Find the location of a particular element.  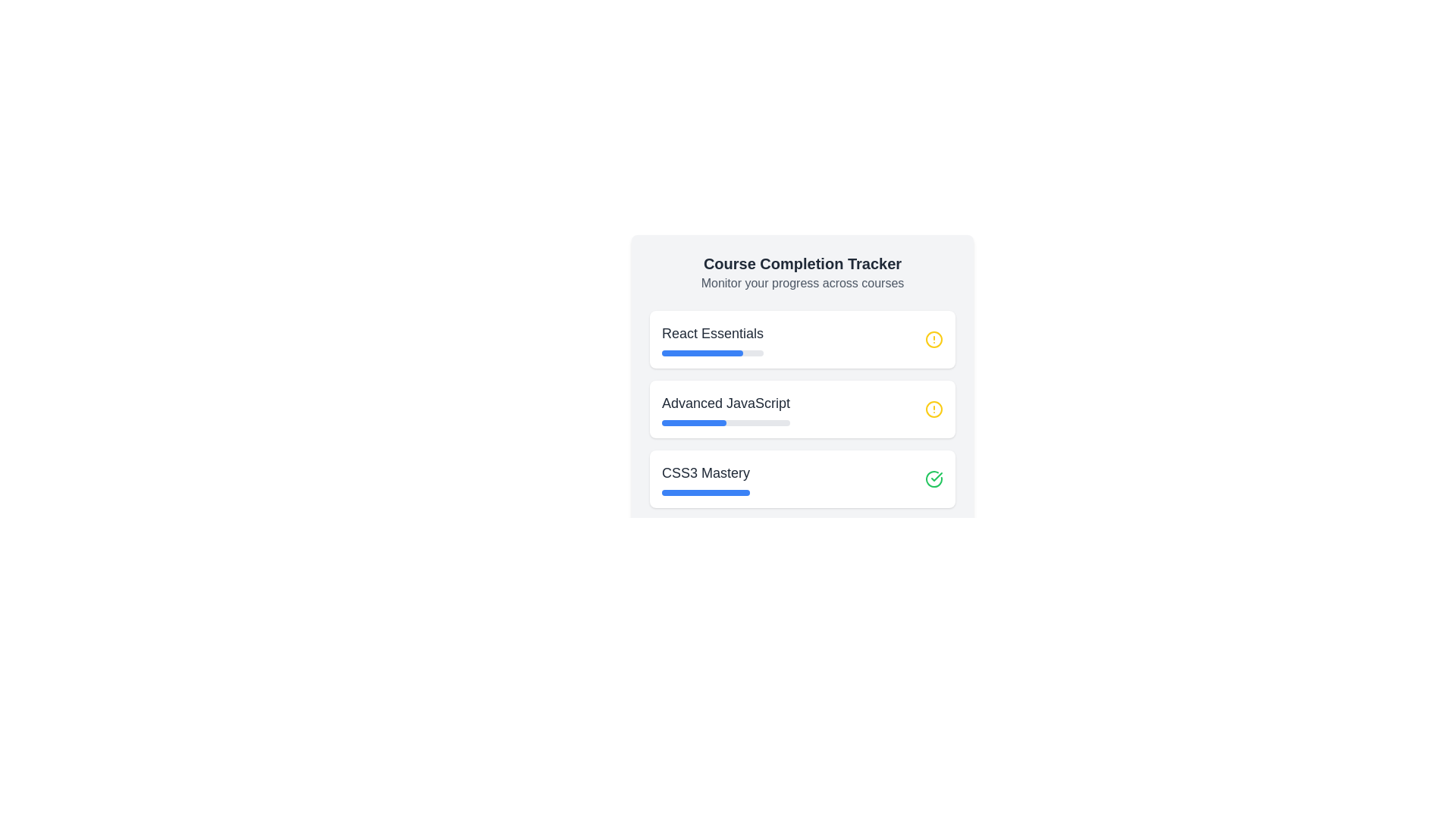

the 'React Essentials' text label, which is displayed in a large, bold font and is the topmost course title in a vertical list of courses is located at coordinates (712, 332).